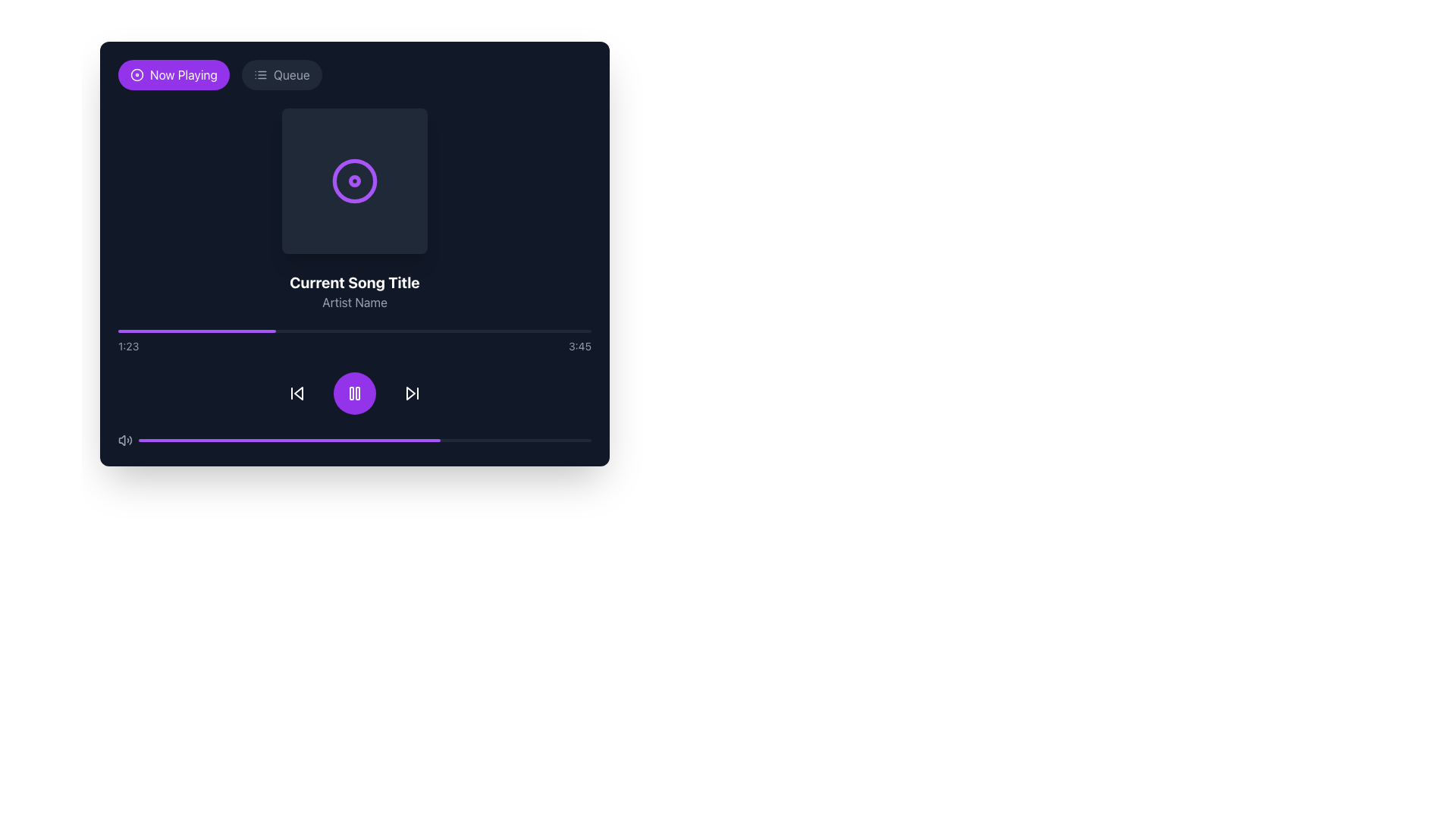 This screenshot has height=819, width=1456. Describe the element at coordinates (174, 330) in the screenshot. I see `the playback progress` at that location.